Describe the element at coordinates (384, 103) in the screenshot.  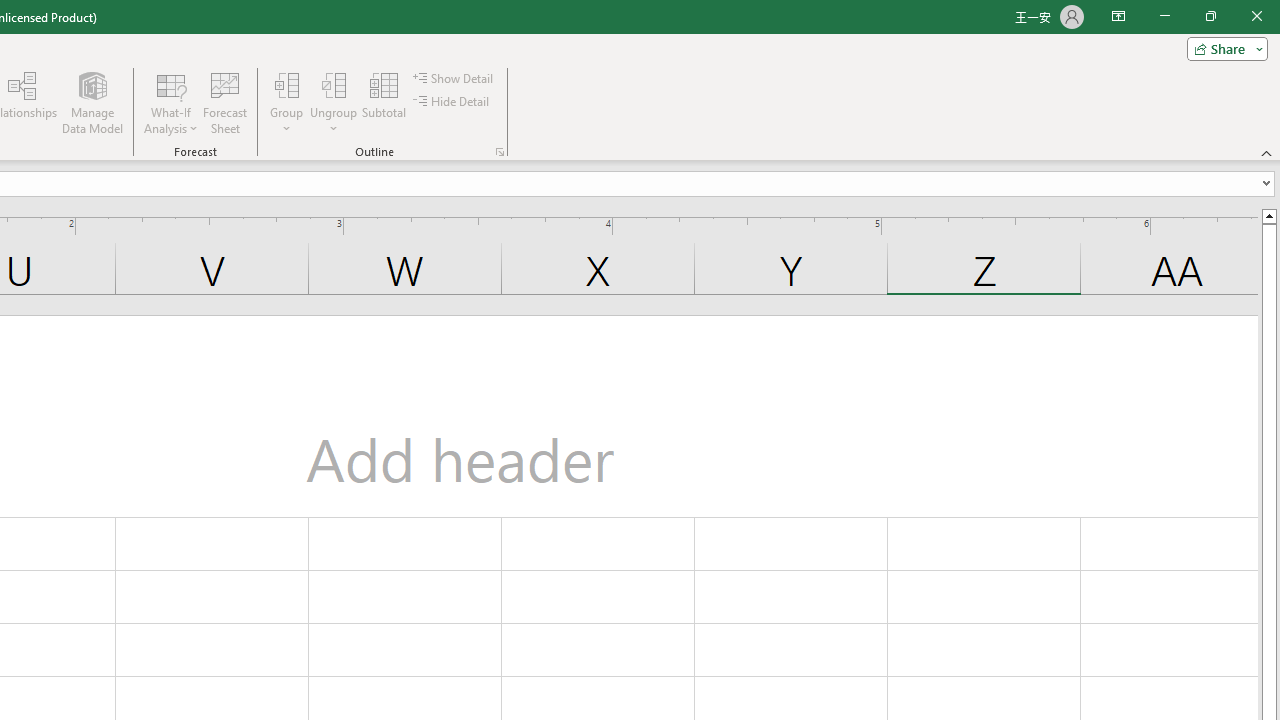
I see `'Subtotal'` at that location.